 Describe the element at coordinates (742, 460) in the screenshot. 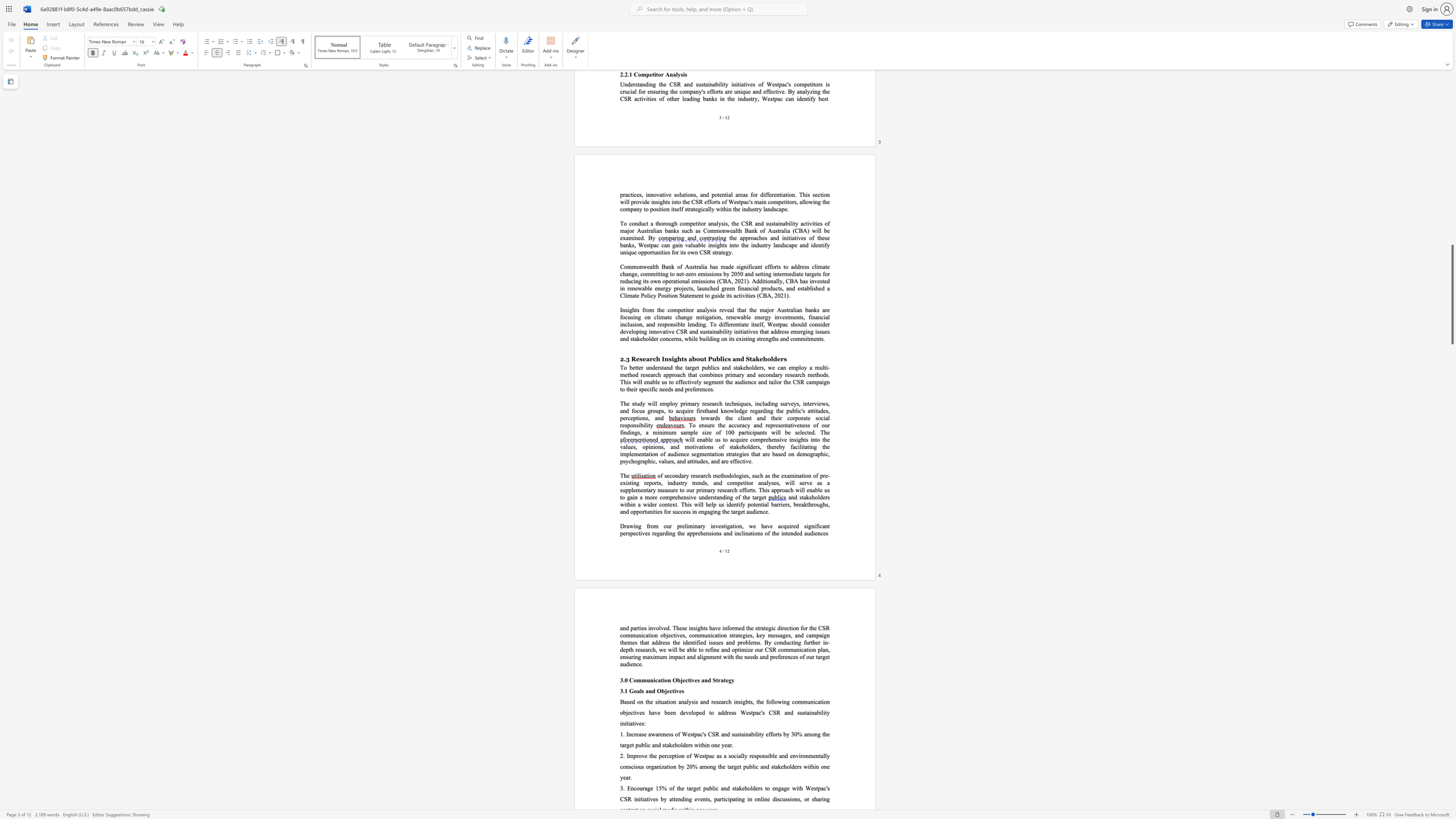

I see `the subset text "tiv" within the text "the implementation of audience segmentation strategies that are based on demographic, psychographic, values, and attitudes, and are effective."` at that location.